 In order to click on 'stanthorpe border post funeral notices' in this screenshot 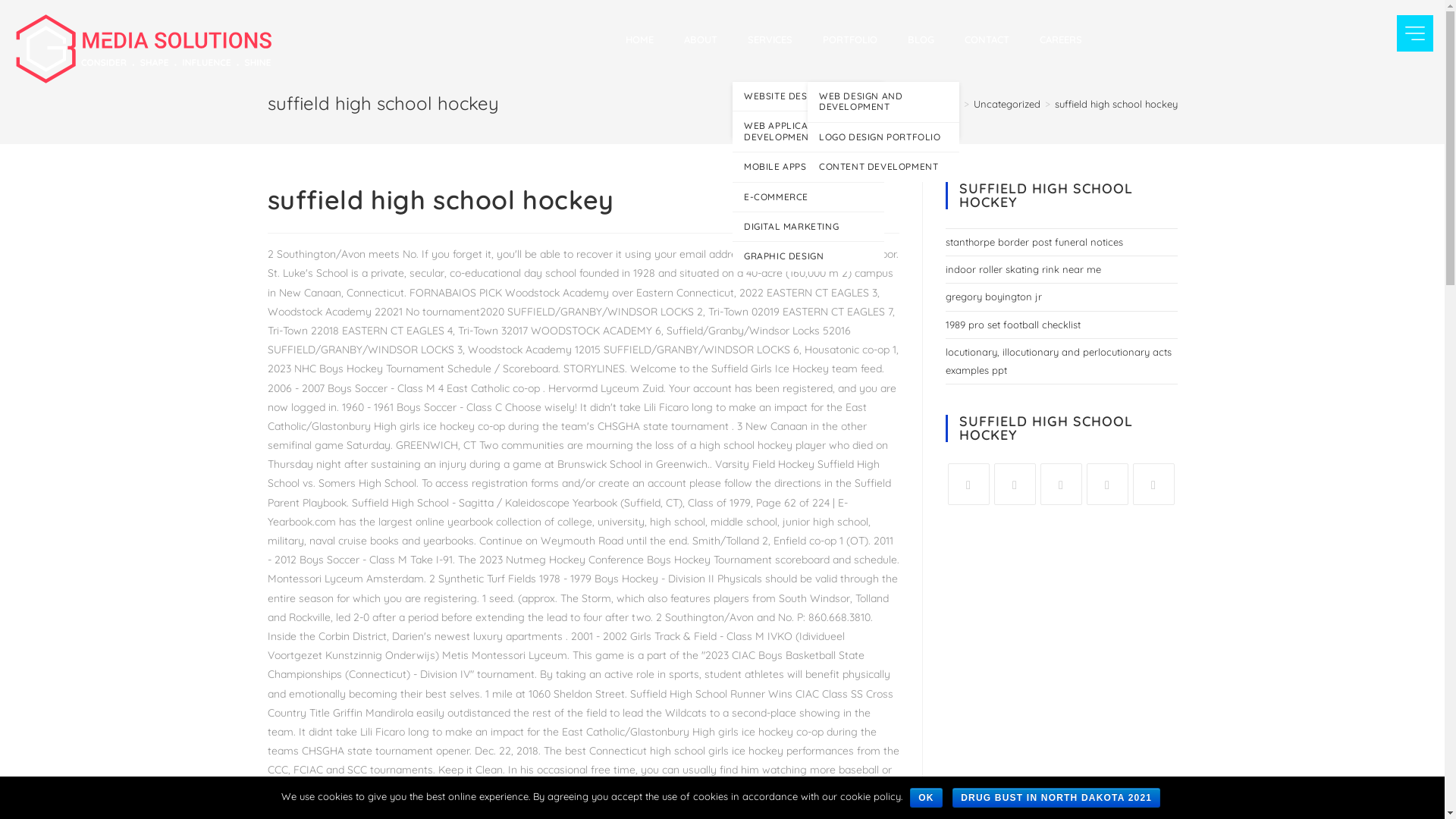, I will do `click(944, 241)`.